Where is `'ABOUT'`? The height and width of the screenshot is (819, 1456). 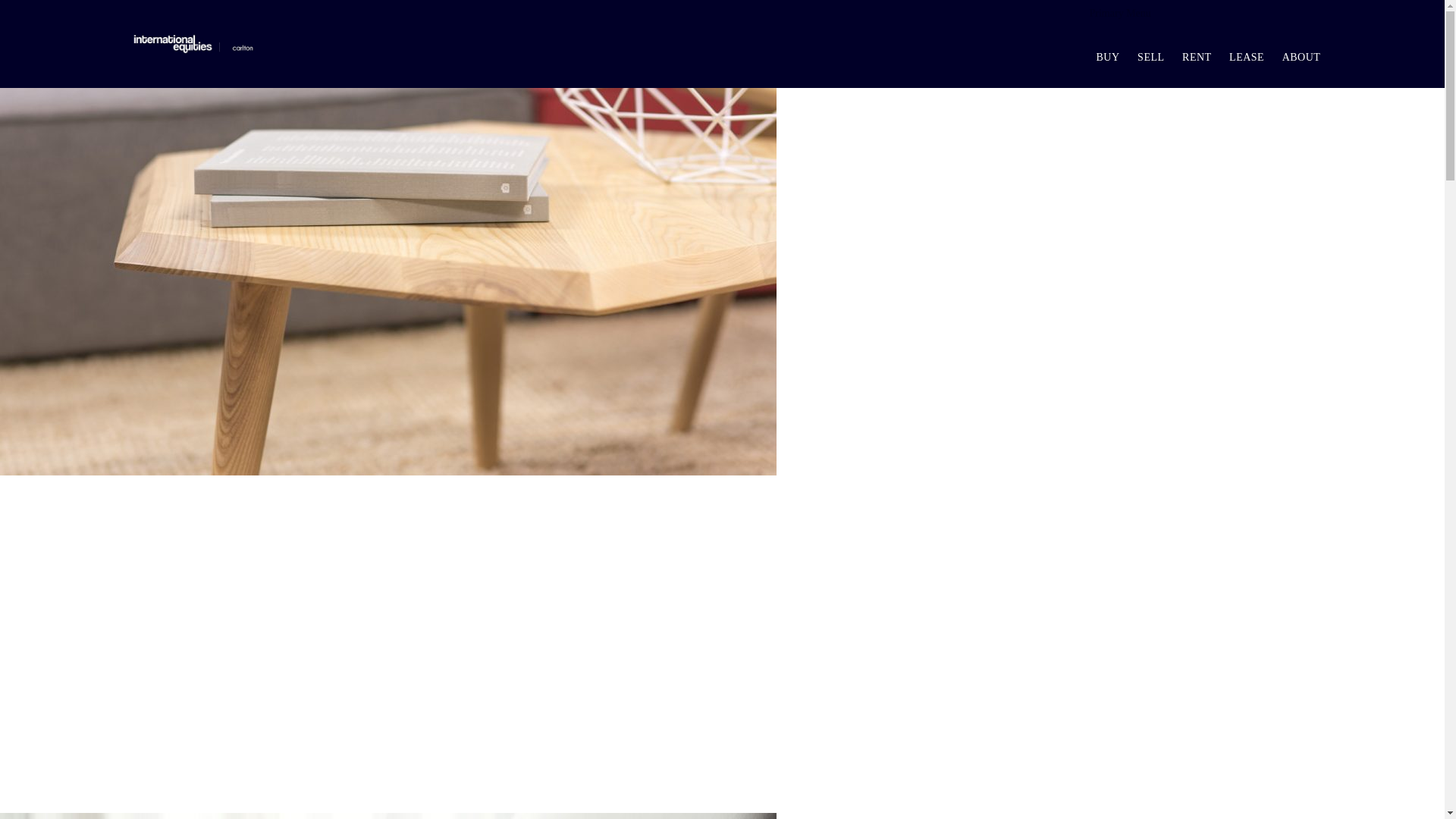 'ABOUT' is located at coordinates (1301, 57).